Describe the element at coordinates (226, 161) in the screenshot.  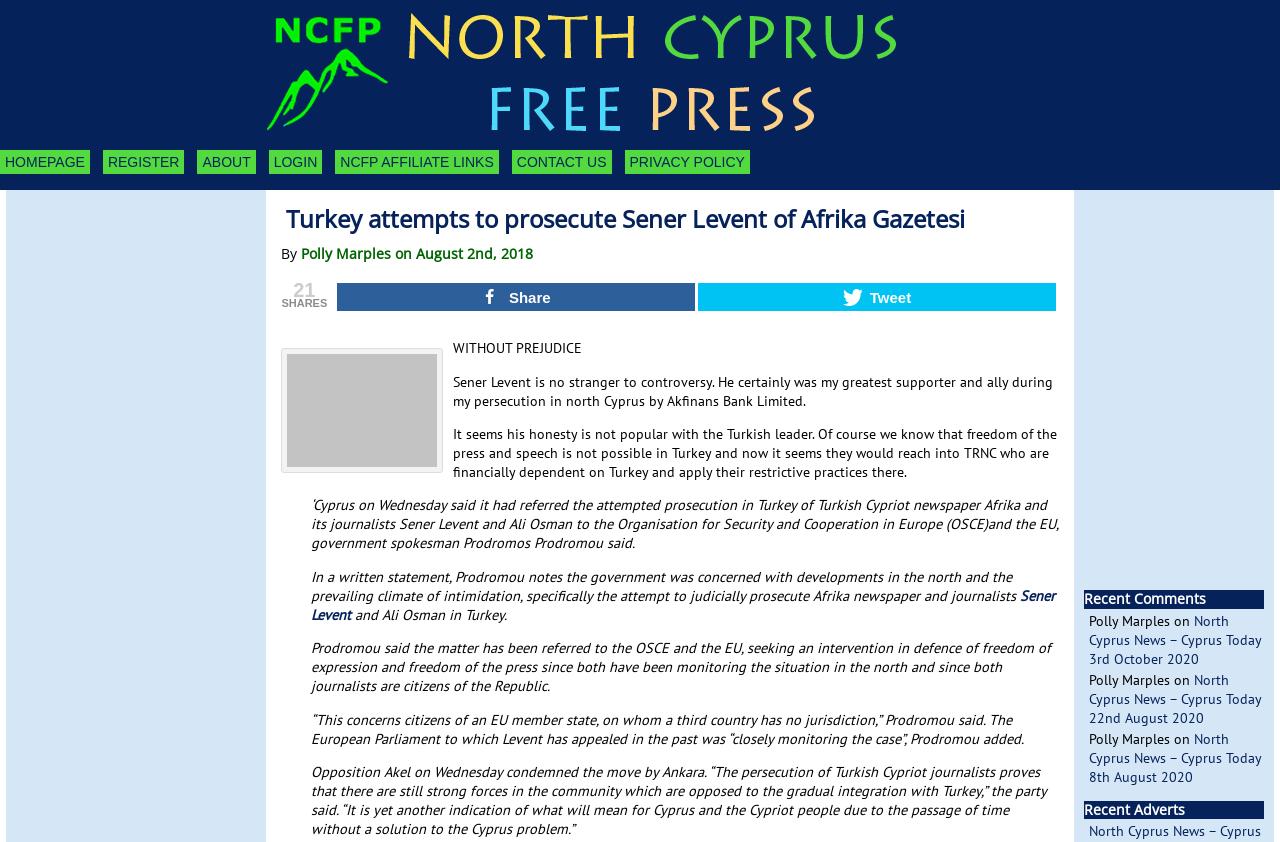
I see `'About'` at that location.